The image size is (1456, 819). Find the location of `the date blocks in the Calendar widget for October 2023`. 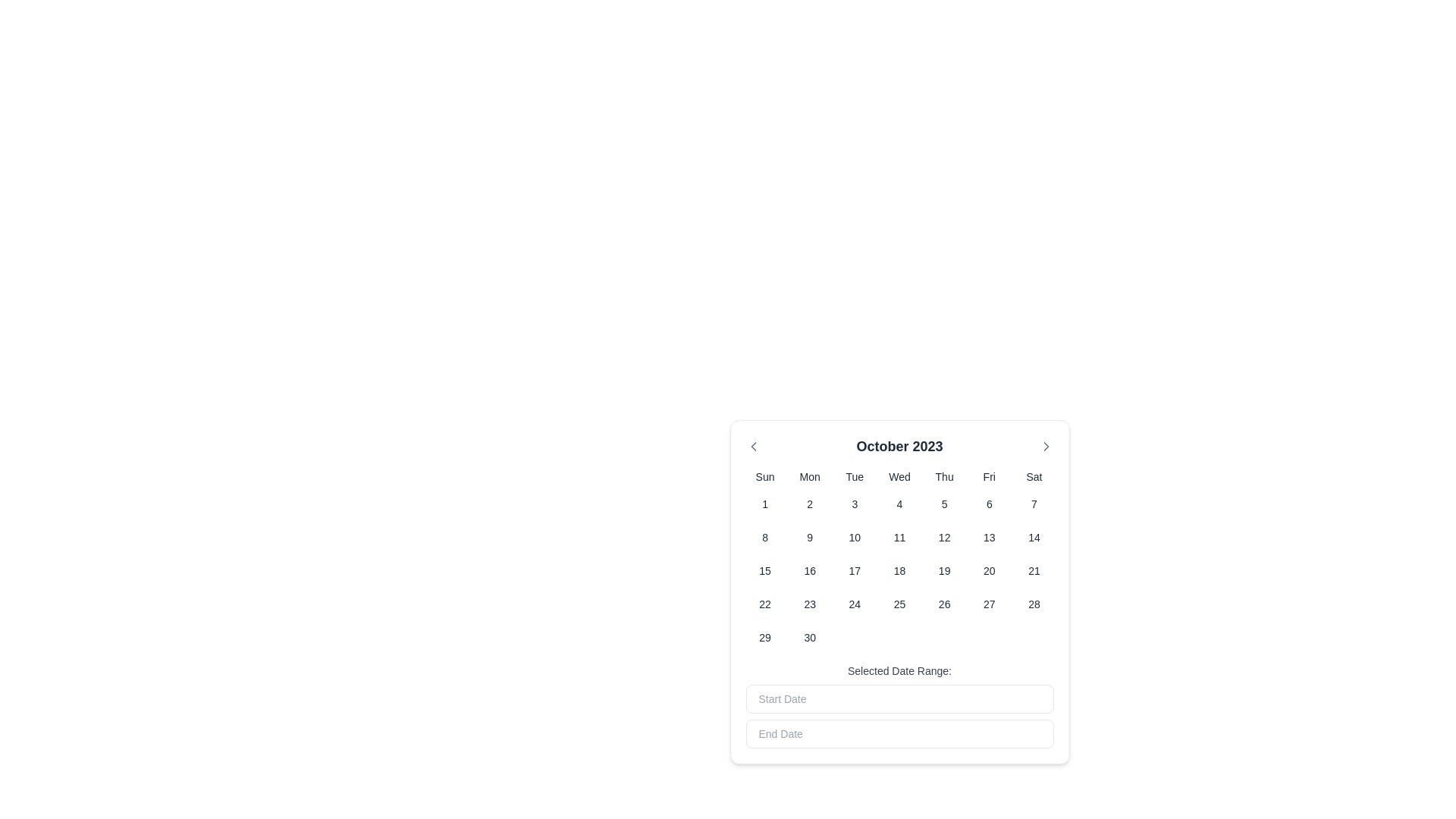

the date blocks in the Calendar widget for October 2023 is located at coordinates (899, 598).